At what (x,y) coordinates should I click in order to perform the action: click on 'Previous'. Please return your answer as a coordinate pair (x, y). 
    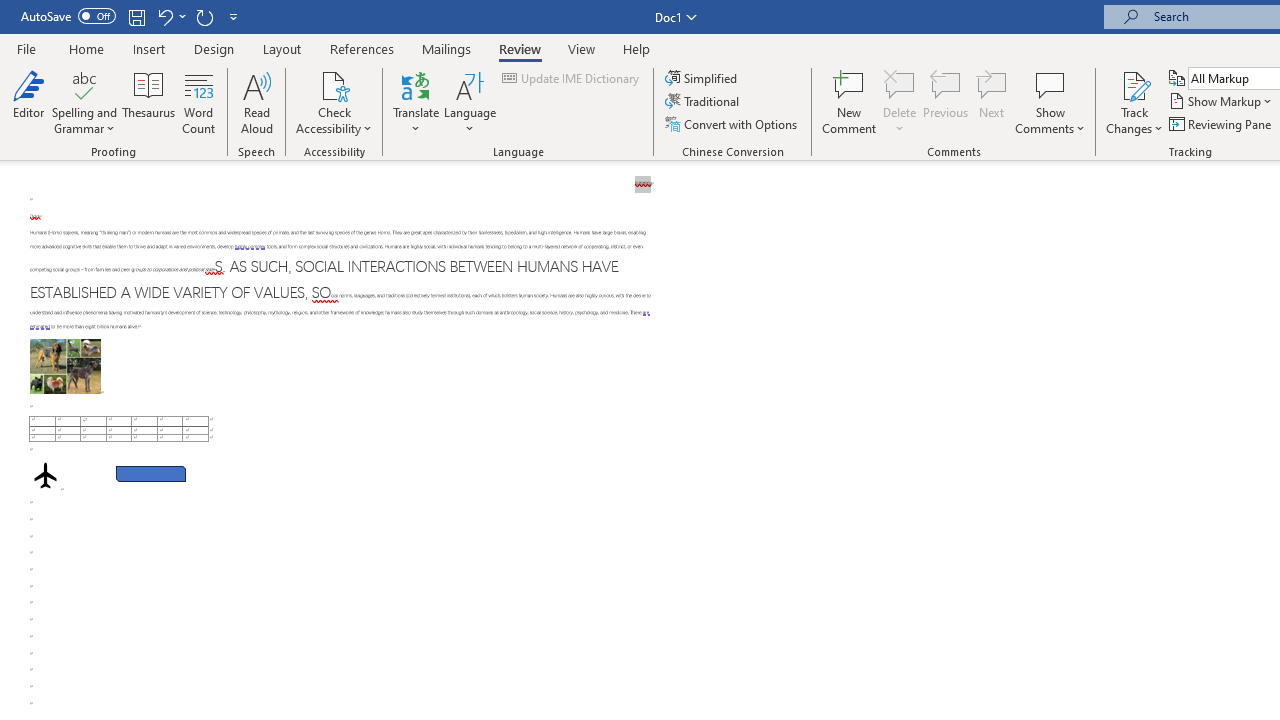
    Looking at the image, I should click on (945, 103).